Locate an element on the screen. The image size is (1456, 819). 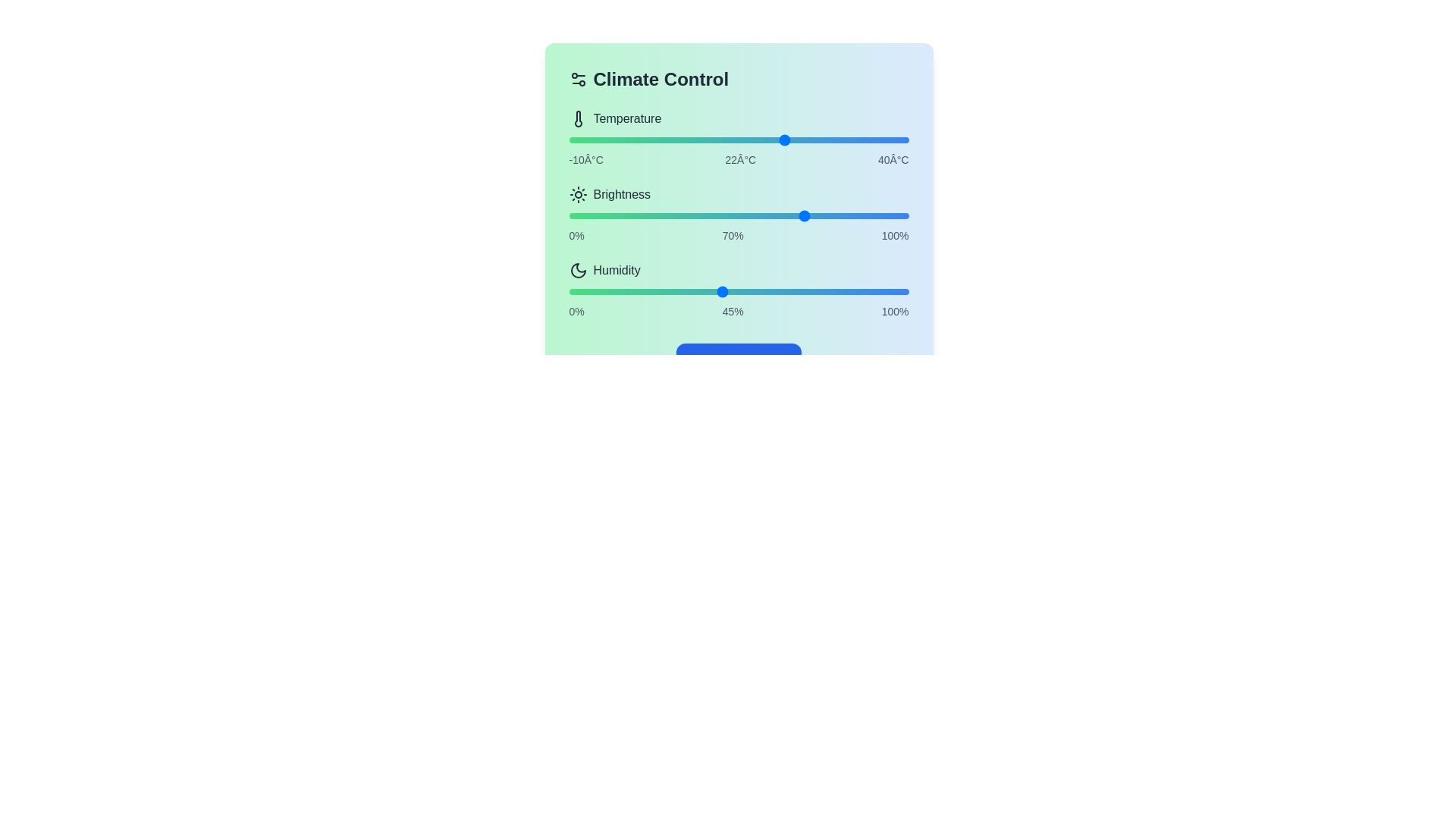
the brightness level is located at coordinates (885, 216).